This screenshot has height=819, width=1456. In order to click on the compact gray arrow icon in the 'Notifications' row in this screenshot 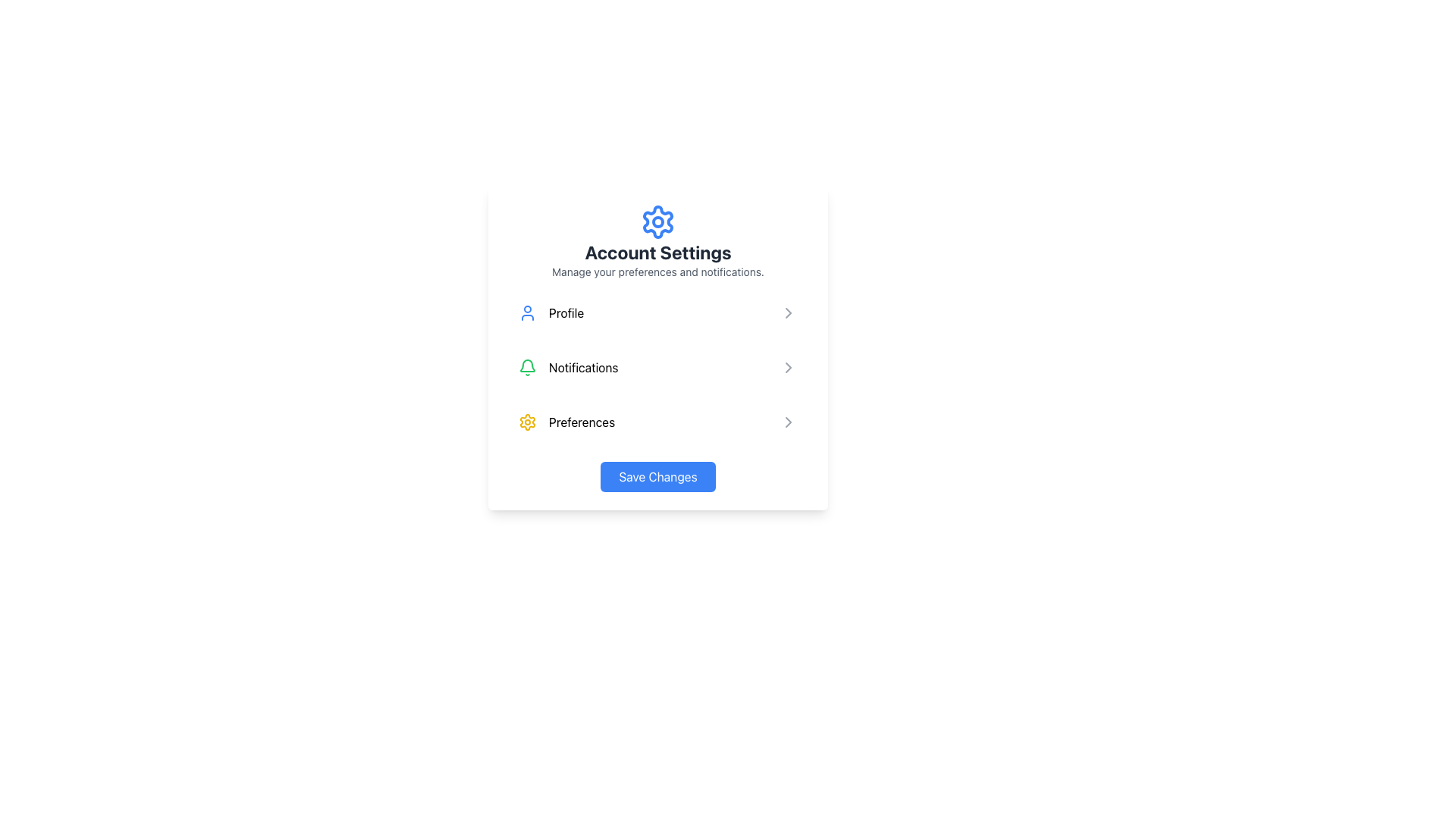, I will do `click(789, 368)`.